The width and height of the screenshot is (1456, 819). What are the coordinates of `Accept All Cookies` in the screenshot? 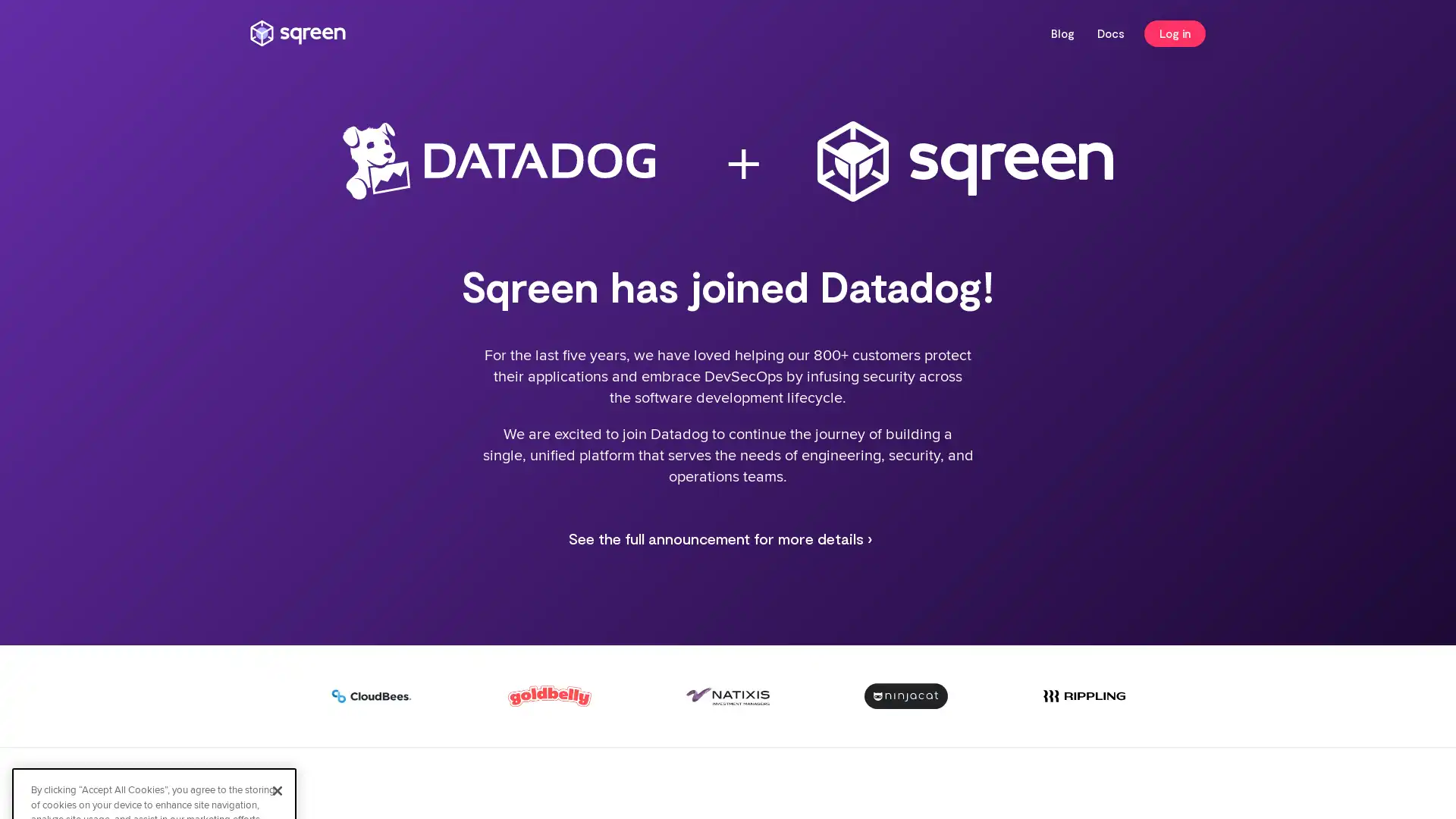 It's located at (154, 721).